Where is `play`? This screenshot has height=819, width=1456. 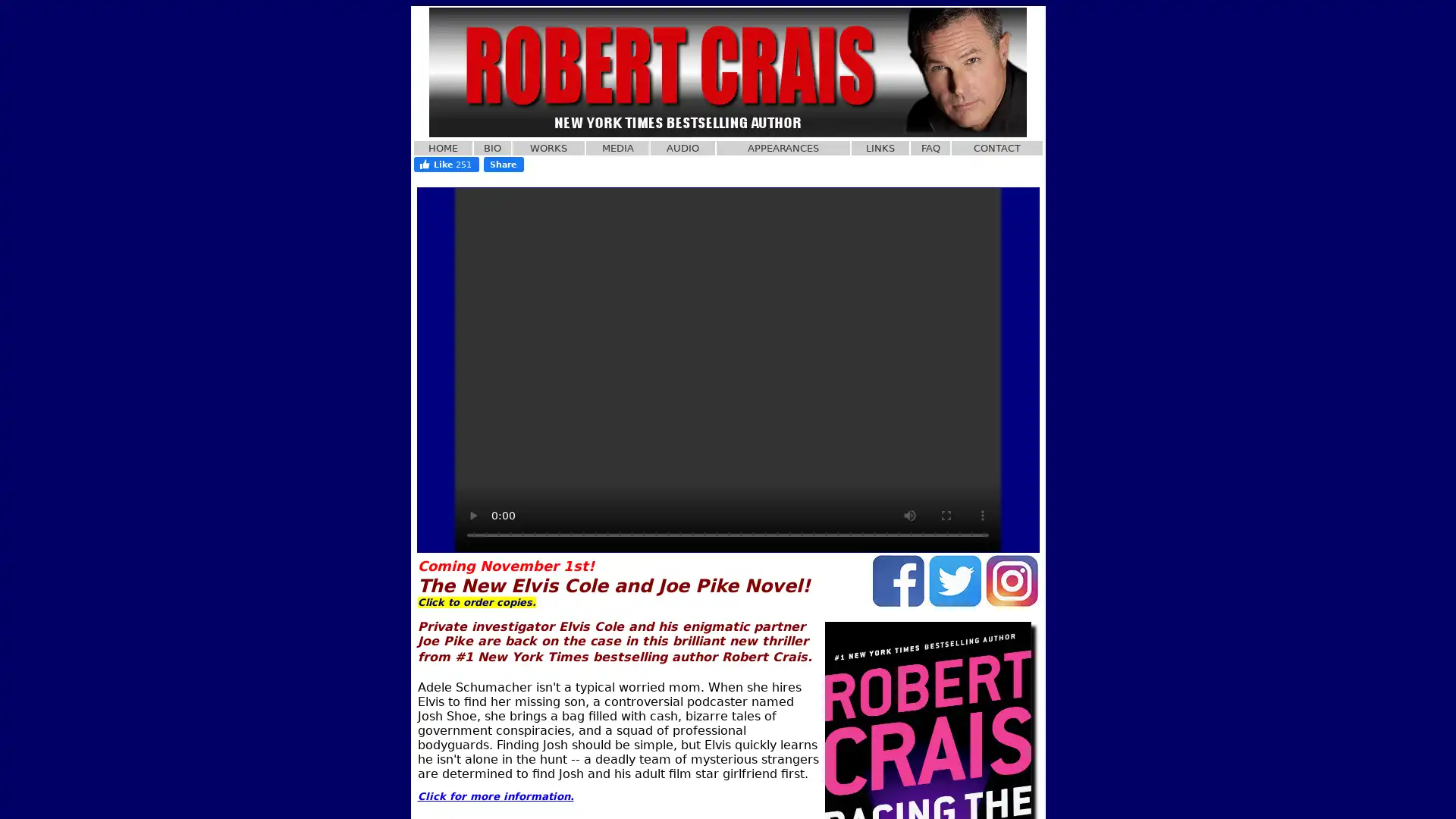
play is located at coordinates (472, 514).